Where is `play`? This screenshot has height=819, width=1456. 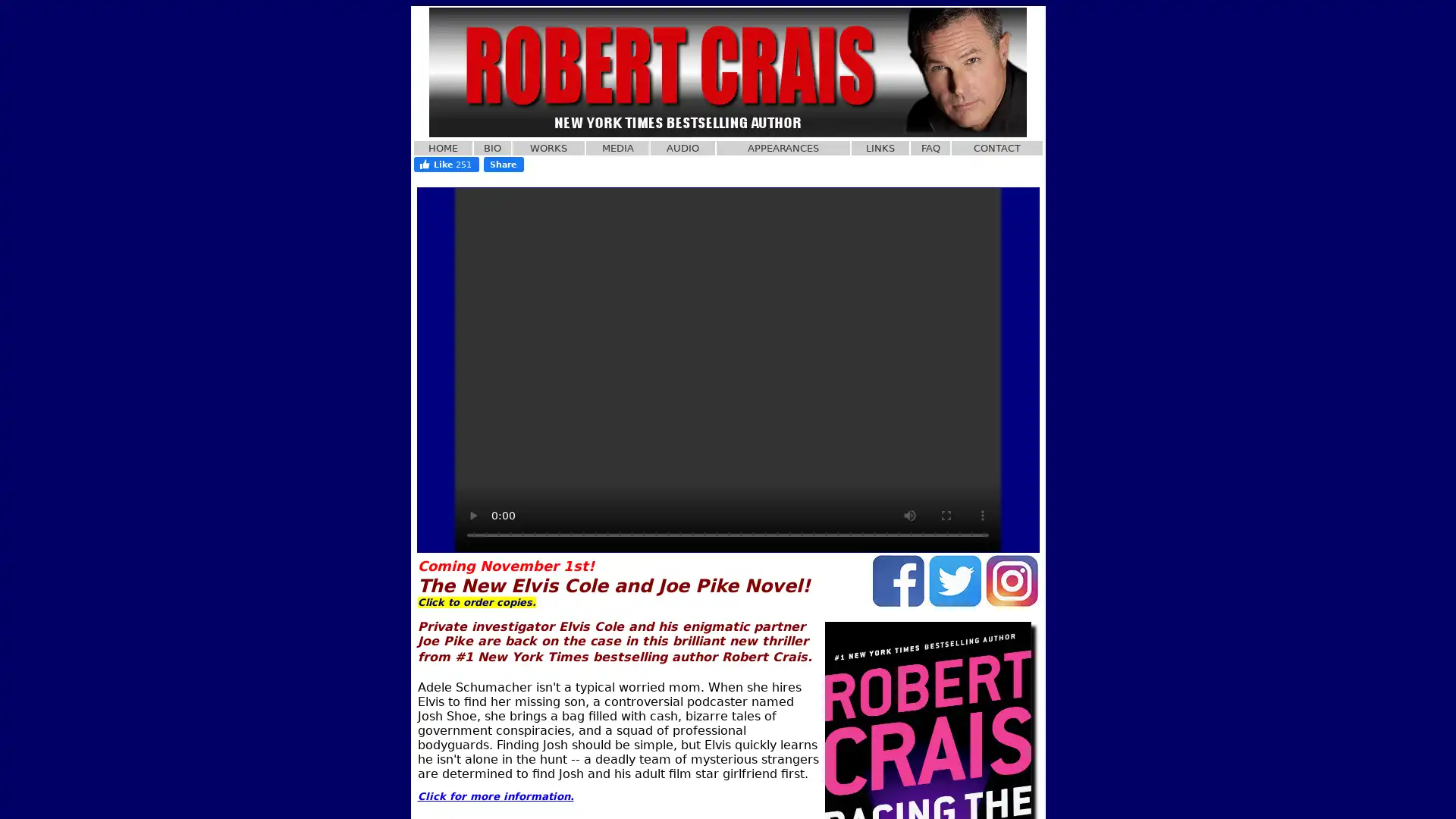
play is located at coordinates (472, 514).